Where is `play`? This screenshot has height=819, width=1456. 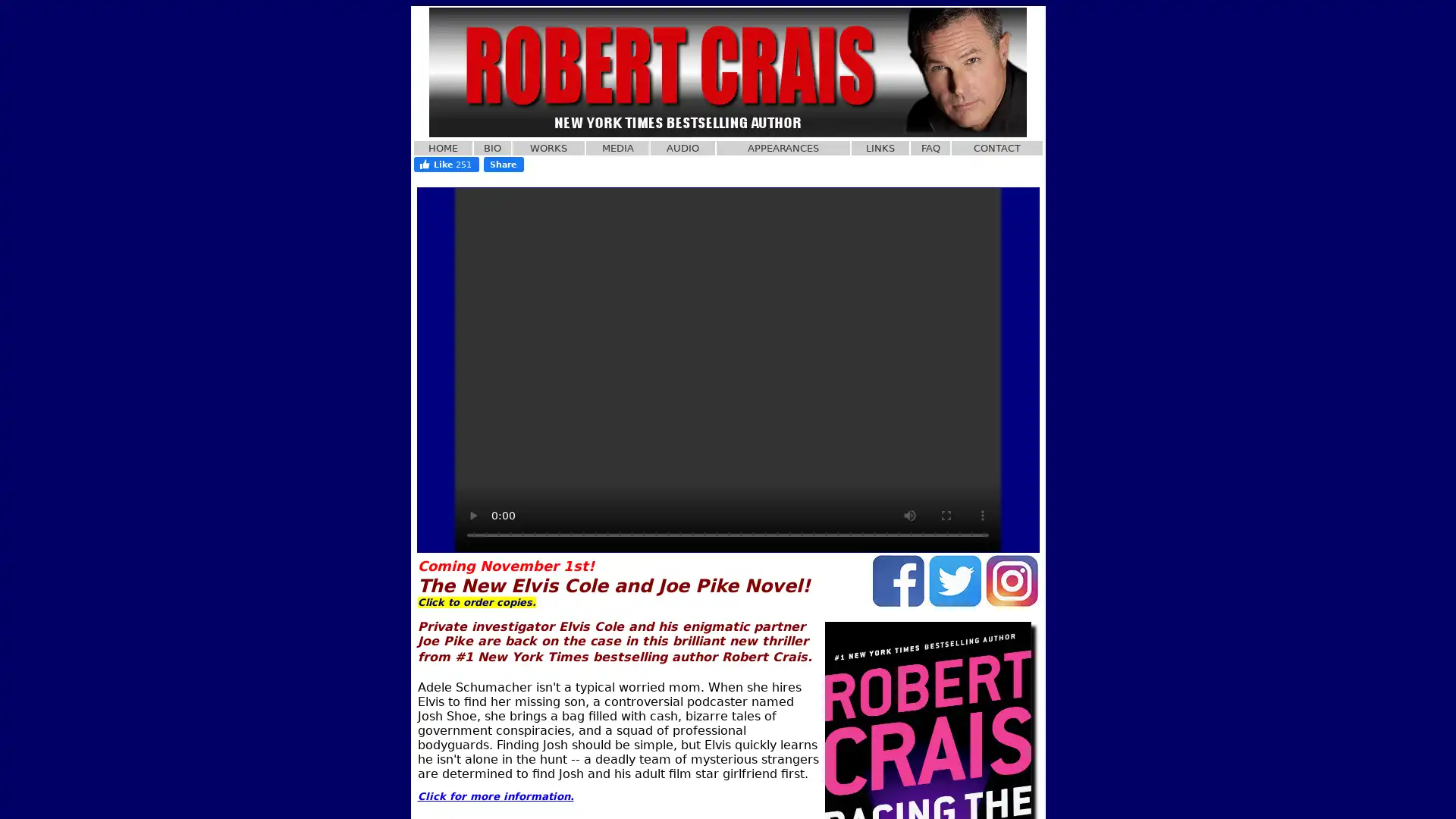
play is located at coordinates (472, 514).